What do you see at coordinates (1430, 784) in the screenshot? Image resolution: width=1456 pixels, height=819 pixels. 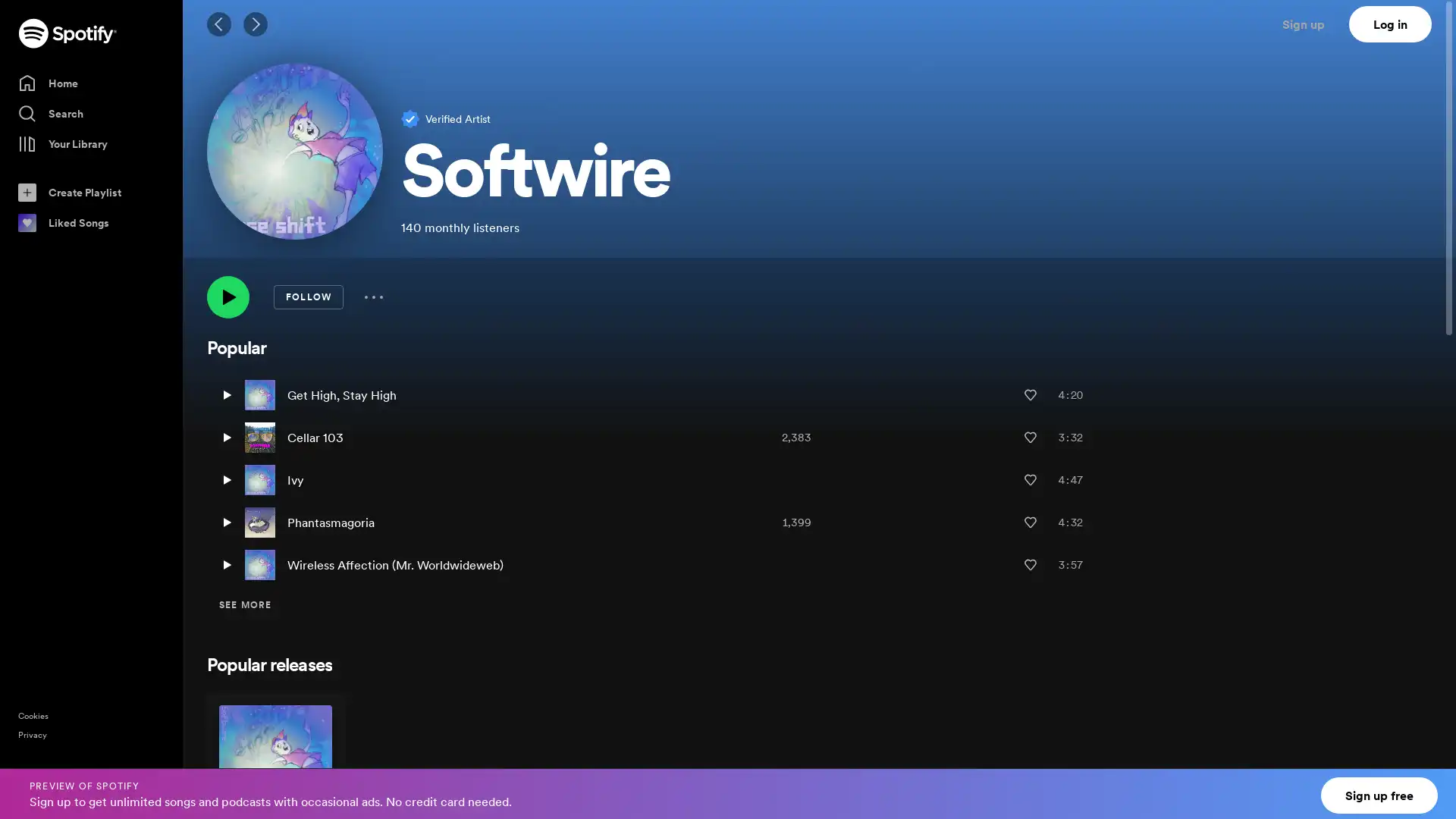 I see `Close` at bounding box center [1430, 784].